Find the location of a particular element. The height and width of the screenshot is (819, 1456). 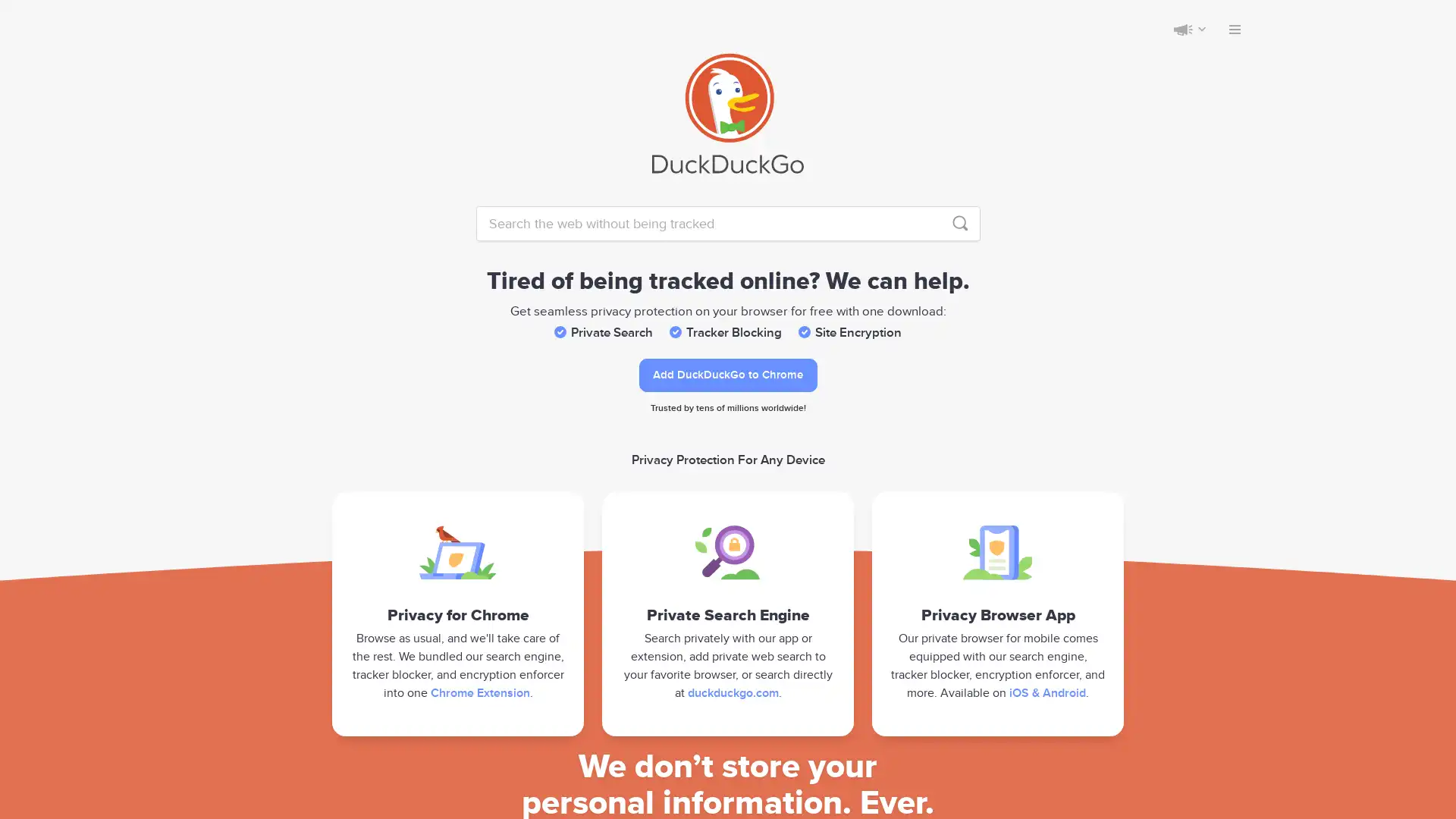

S is located at coordinates (959, 223).